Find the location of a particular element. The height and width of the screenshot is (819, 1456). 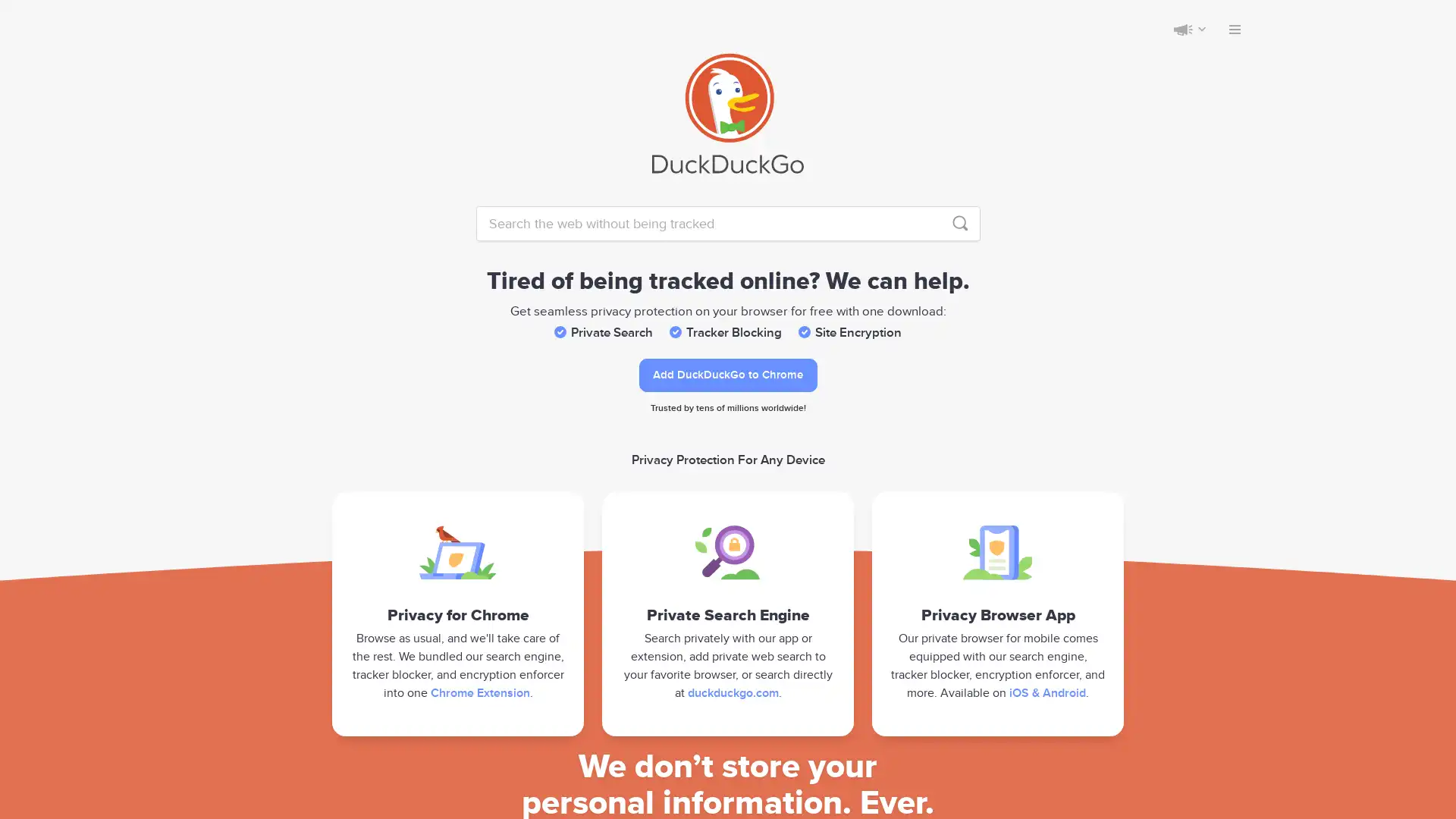

S is located at coordinates (959, 223).